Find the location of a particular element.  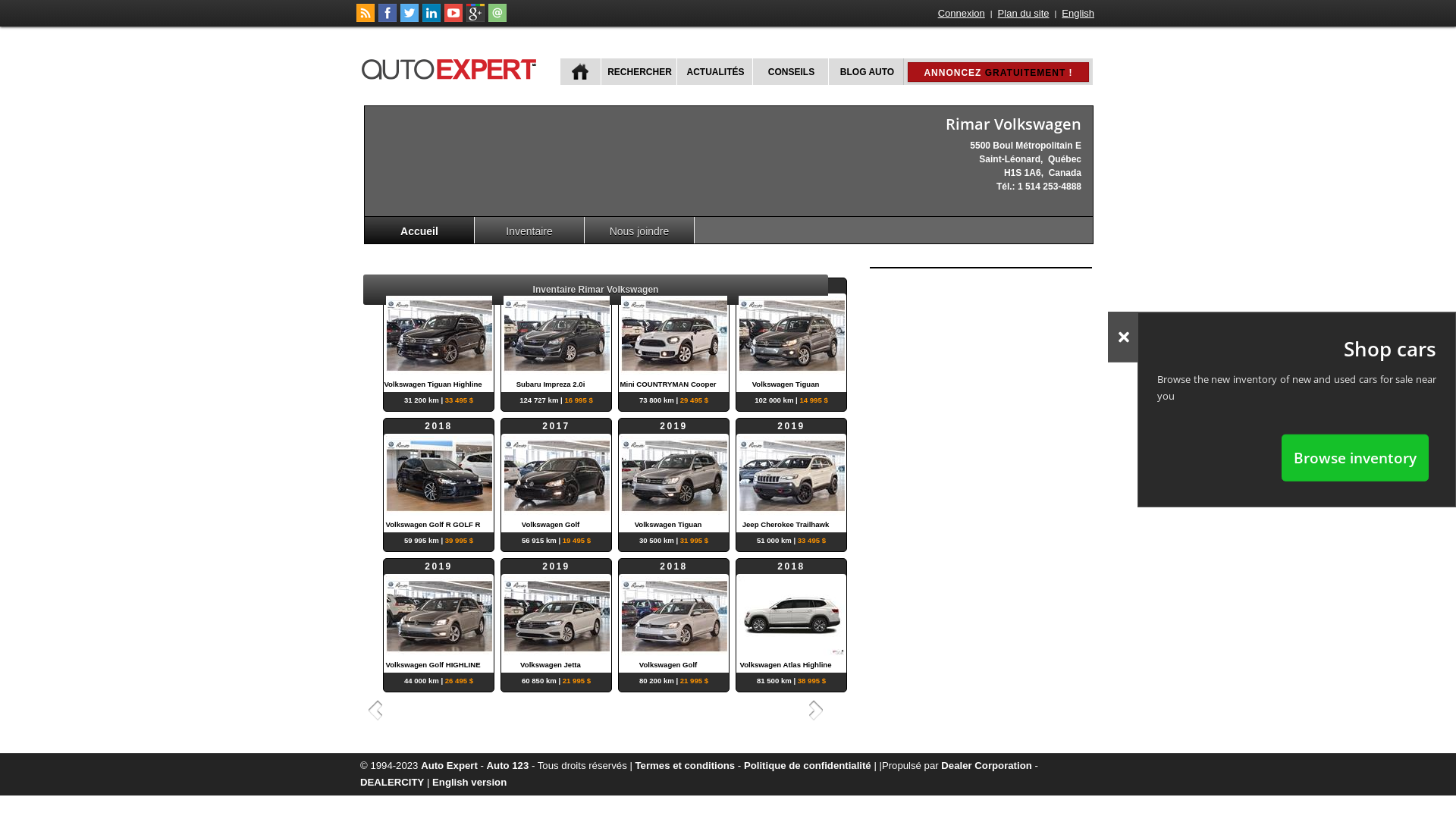

'autoExpert.ca' is located at coordinates (450, 66).